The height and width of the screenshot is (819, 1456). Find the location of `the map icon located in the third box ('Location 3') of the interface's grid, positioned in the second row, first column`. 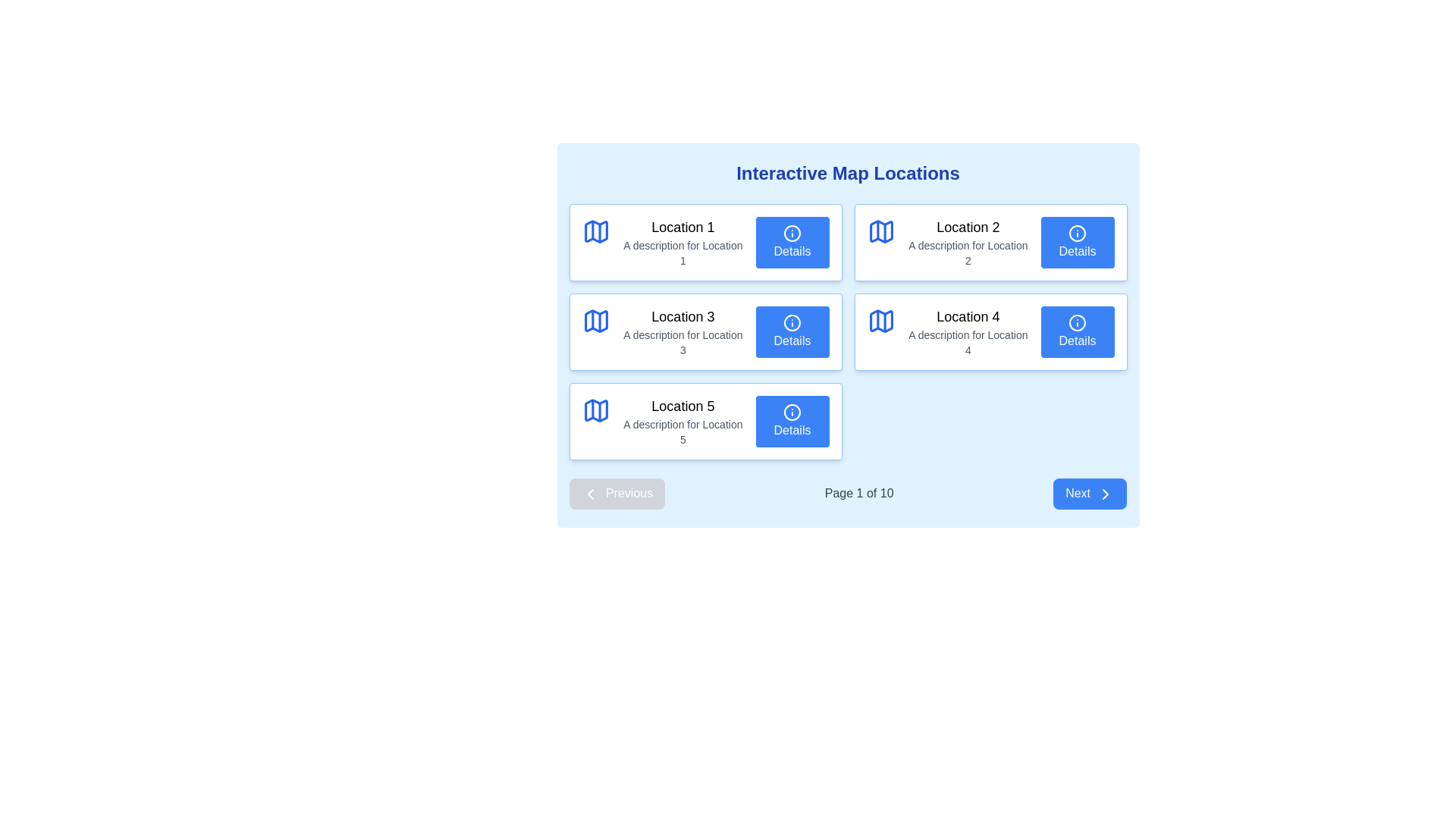

the map icon located in the third box ('Location 3') of the interface's grid, positioned in the second row, first column is located at coordinates (595, 321).